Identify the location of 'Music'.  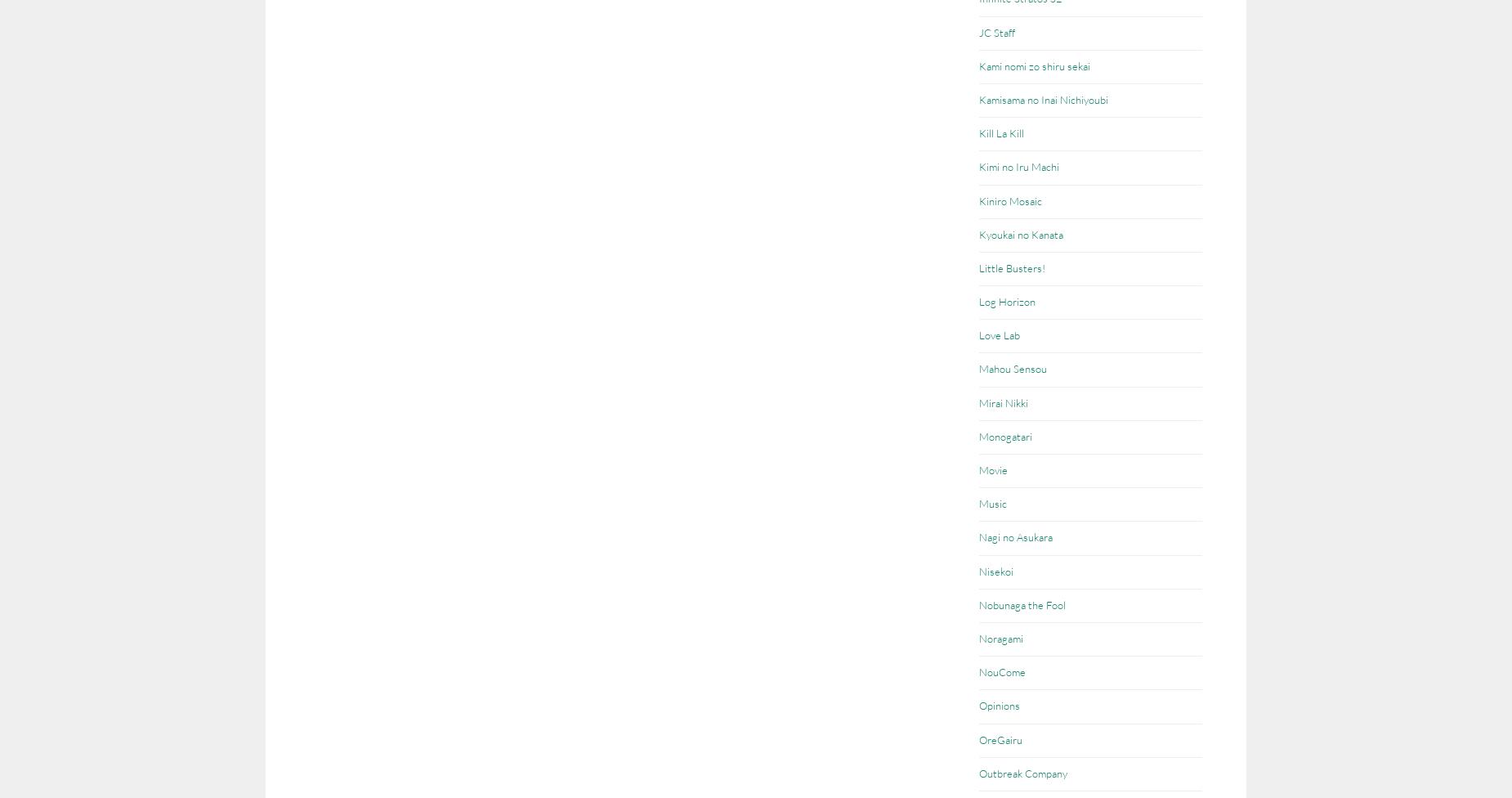
(978, 502).